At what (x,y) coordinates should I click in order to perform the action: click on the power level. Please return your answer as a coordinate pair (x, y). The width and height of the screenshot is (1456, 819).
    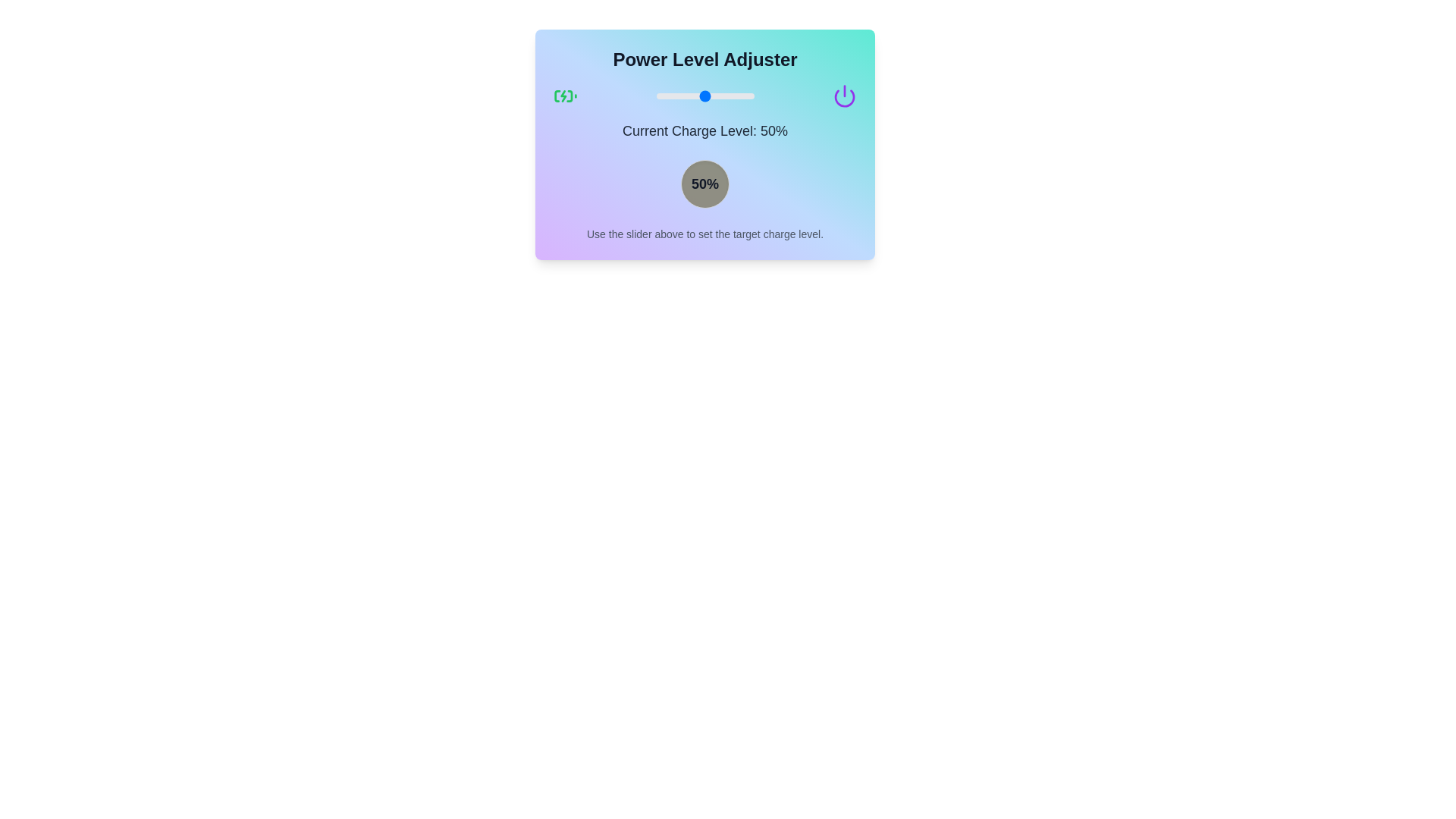
    Looking at the image, I should click on (707, 96).